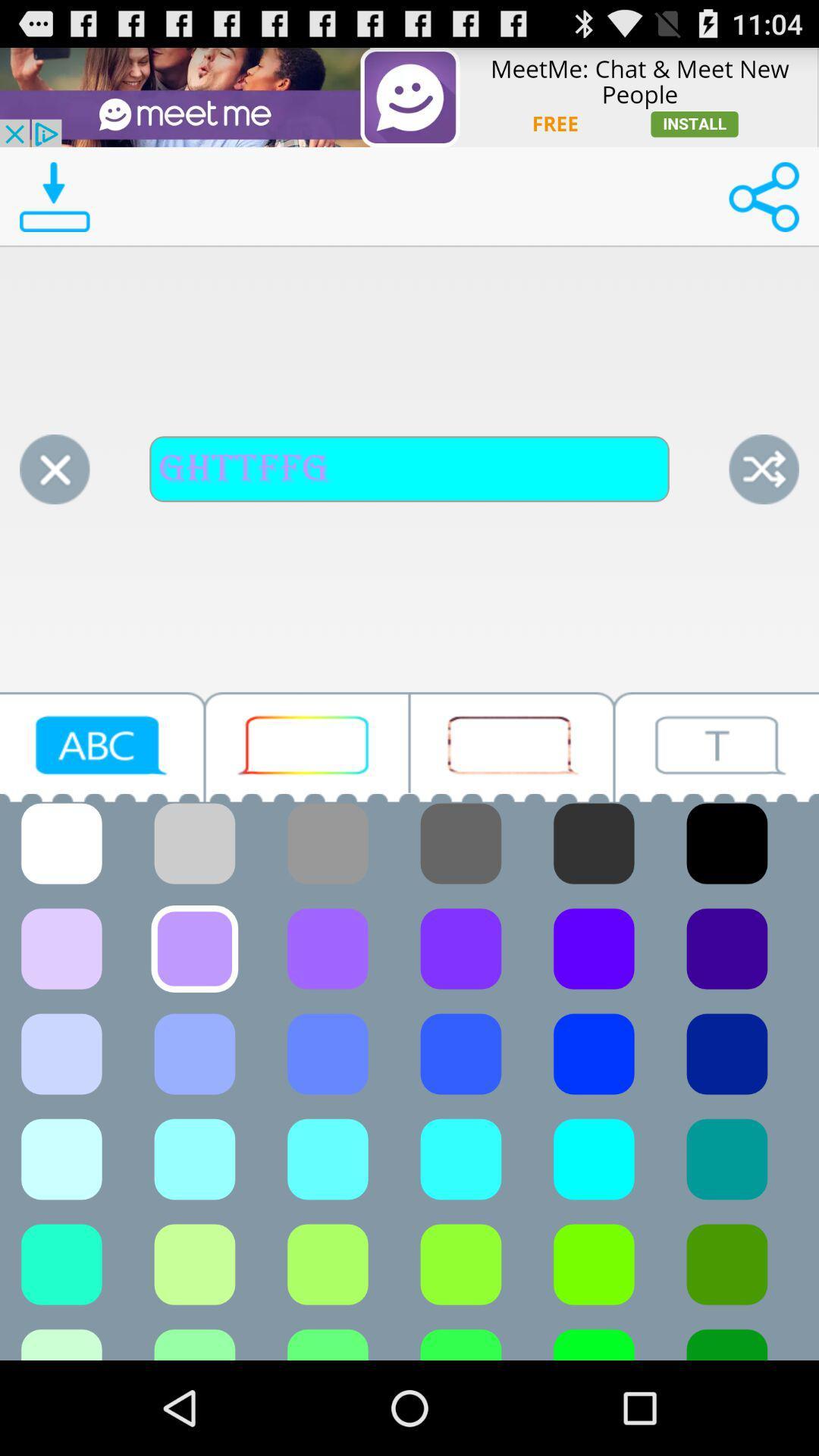 The height and width of the screenshot is (1456, 819). I want to click on the option, so click(54, 469).